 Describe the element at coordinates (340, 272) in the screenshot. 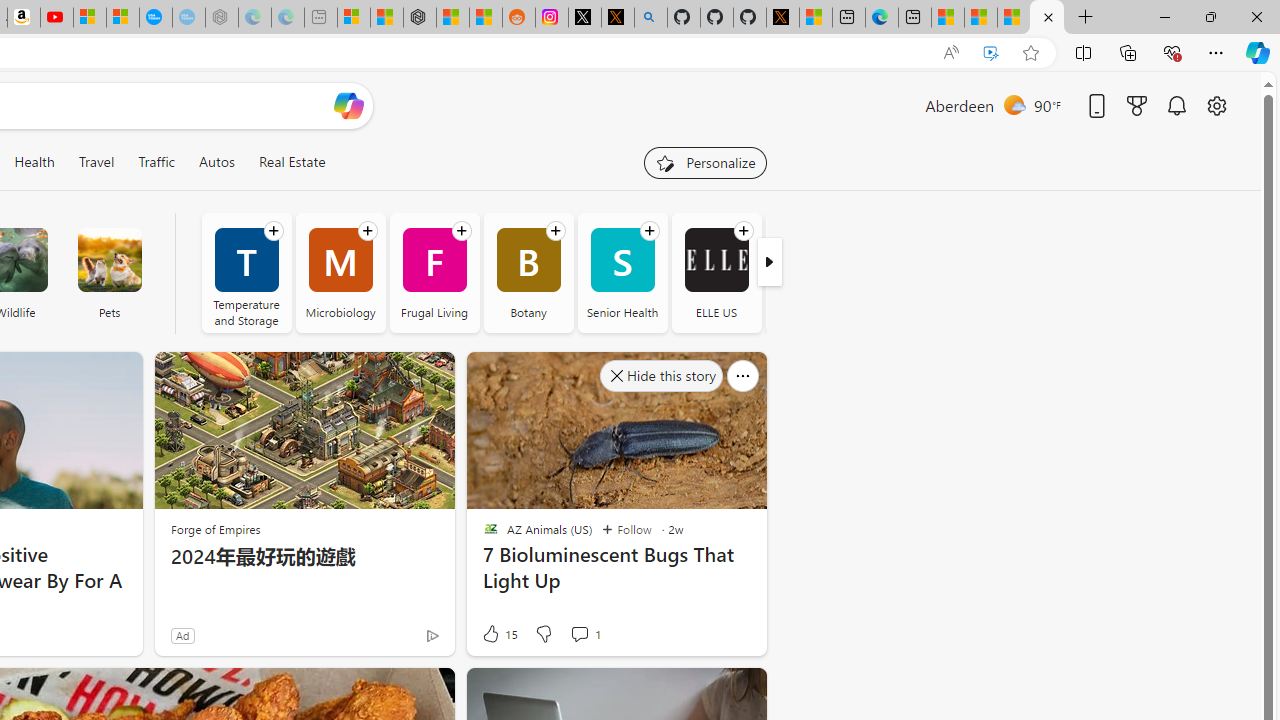

I see `'Microbiology'` at that location.